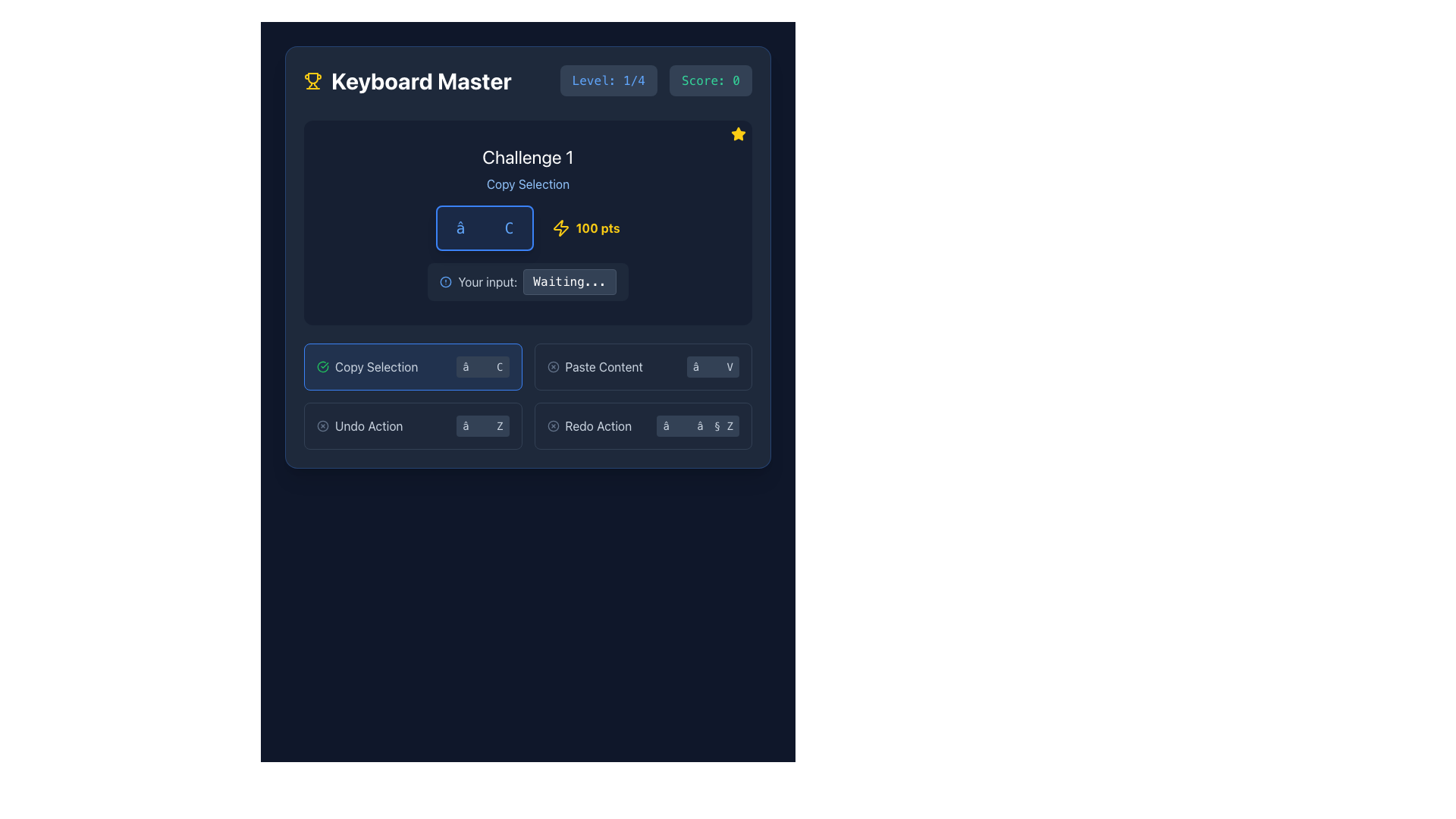 This screenshot has height=819, width=1456. Describe the element at coordinates (312, 80) in the screenshot. I see `the yellow trophy-shaped icon located next to the text 'Keyboard Master' in the top-left area of the interface` at that location.